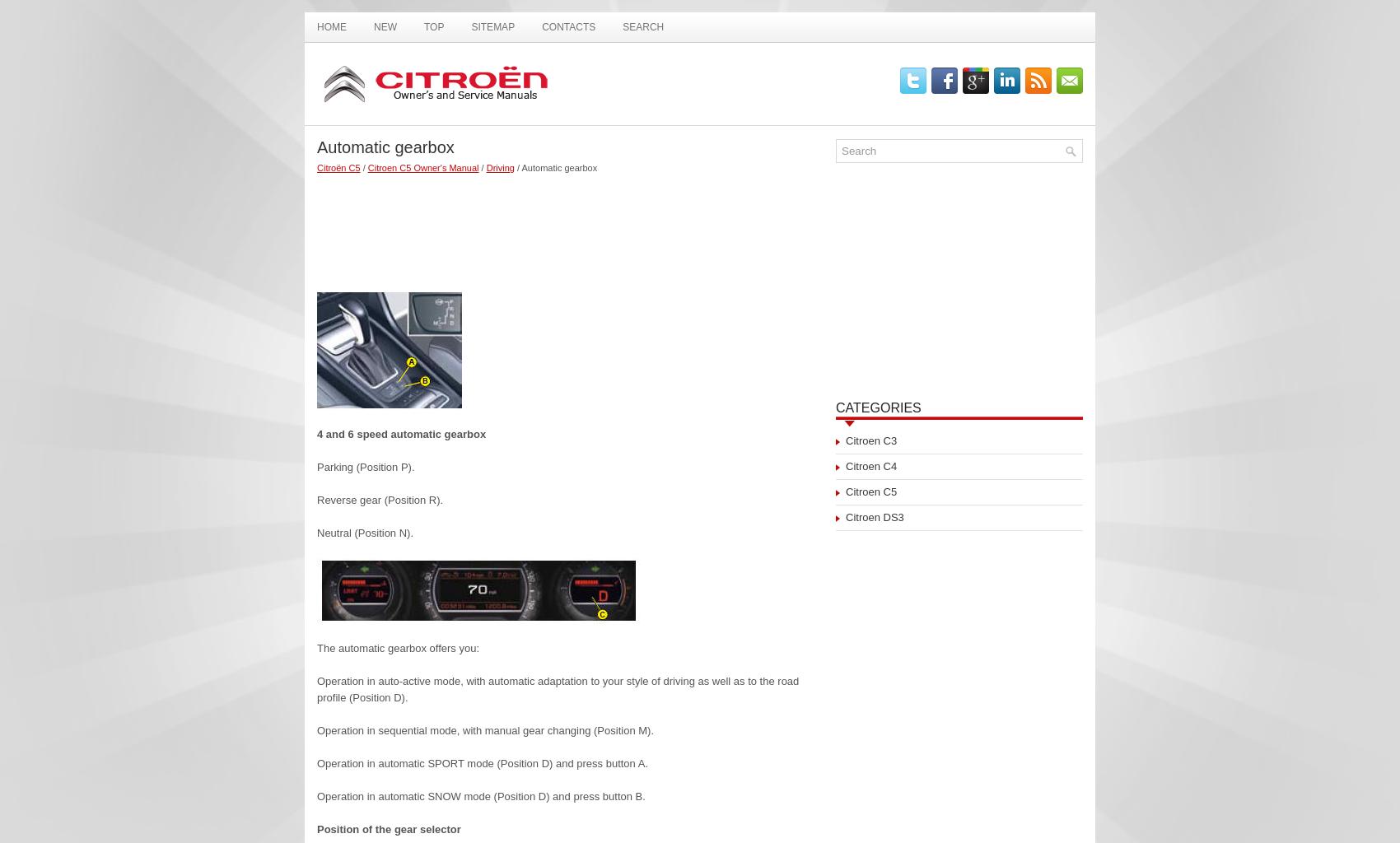 The height and width of the screenshot is (843, 1400). I want to click on 'Citroën C5', so click(338, 167).